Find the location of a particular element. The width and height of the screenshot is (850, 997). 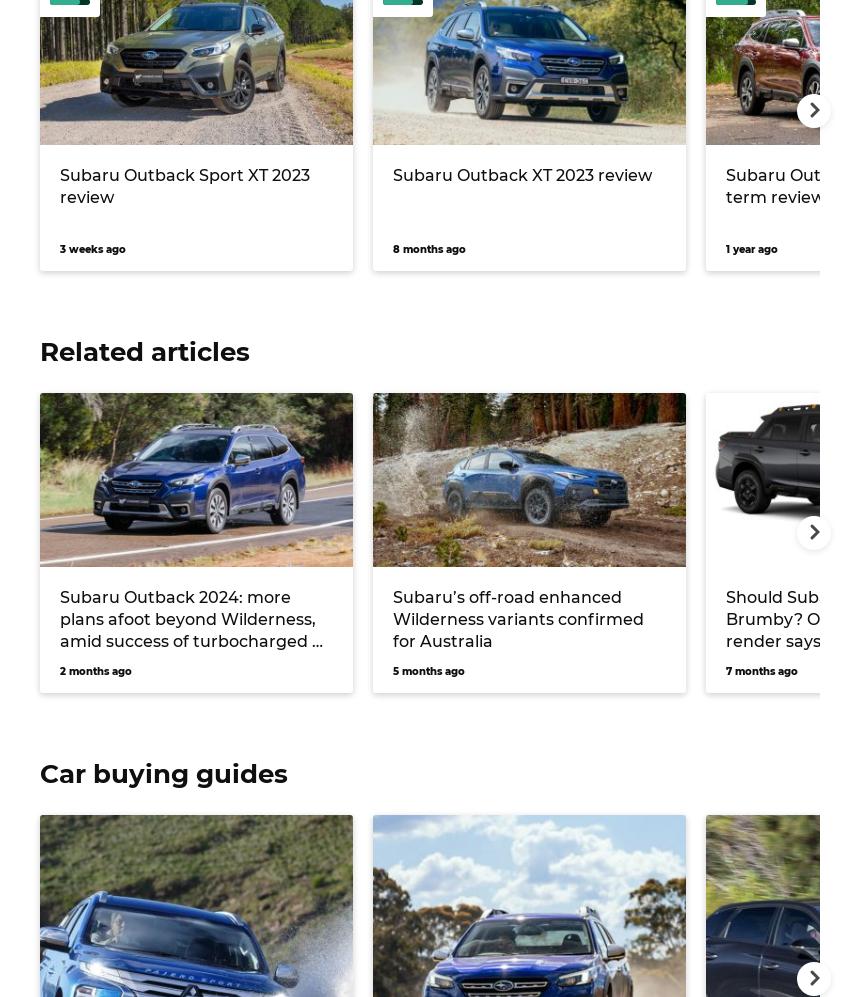

'Related articles' is located at coordinates (145, 350).